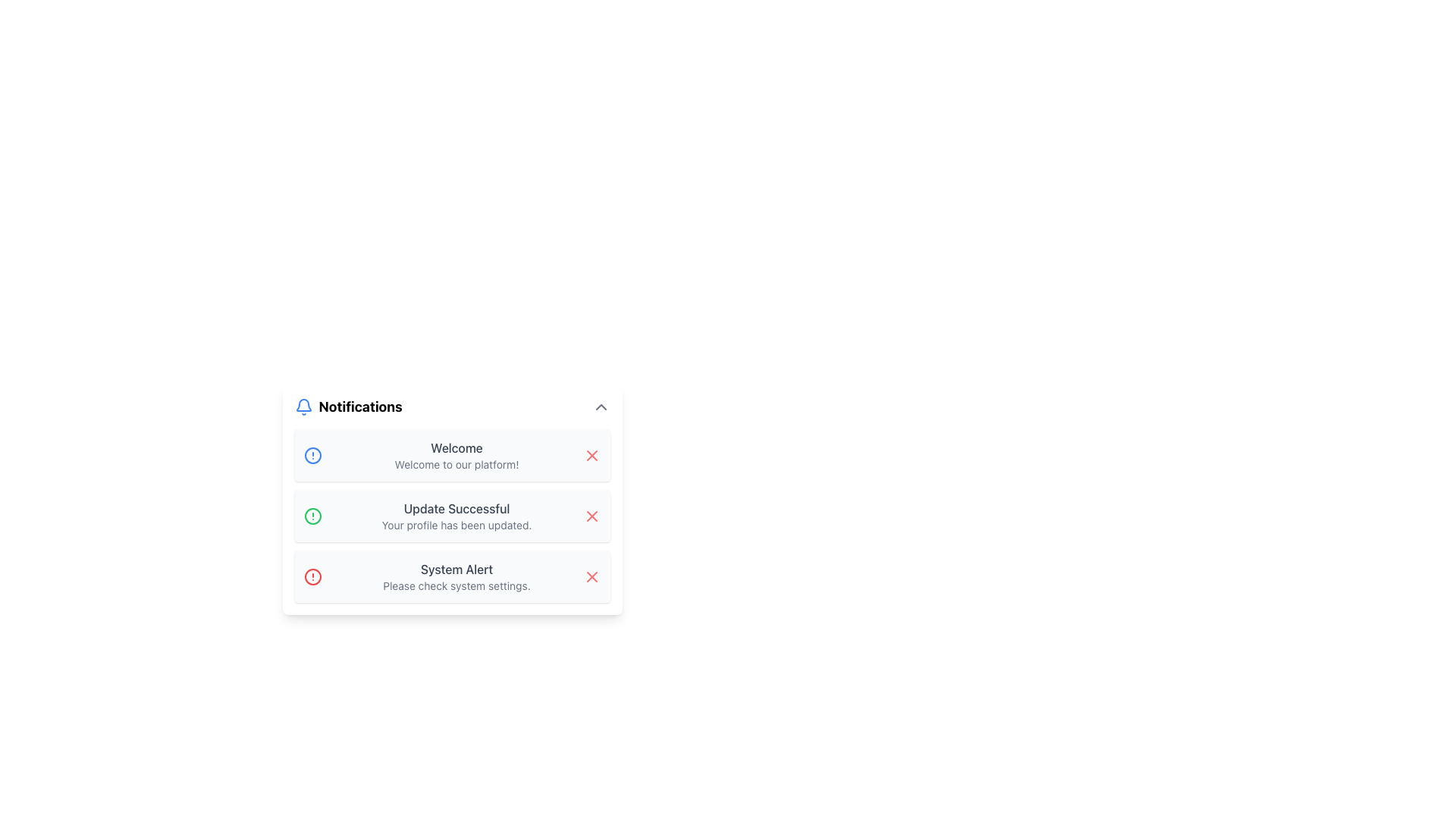  I want to click on the Notification Status Icon located to the left of the text 'Welcome' in the first notification item of the notification list, so click(312, 455).